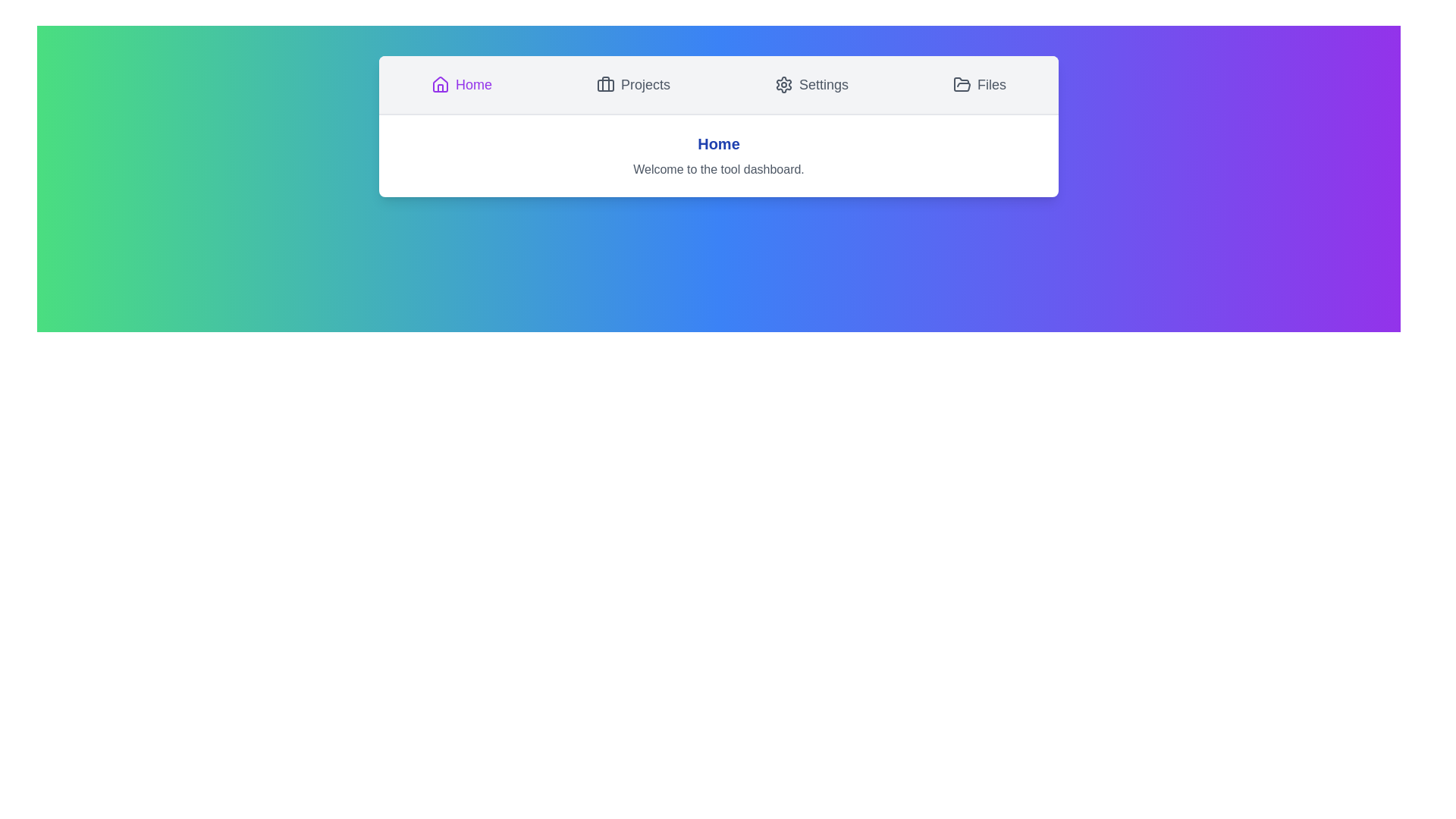 The width and height of the screenshot is (1456, 819). Describe the element at coordinates (633, 84) in the screenshot. I see `the Projects tab by clicking its button in the navigation bar` at that location.